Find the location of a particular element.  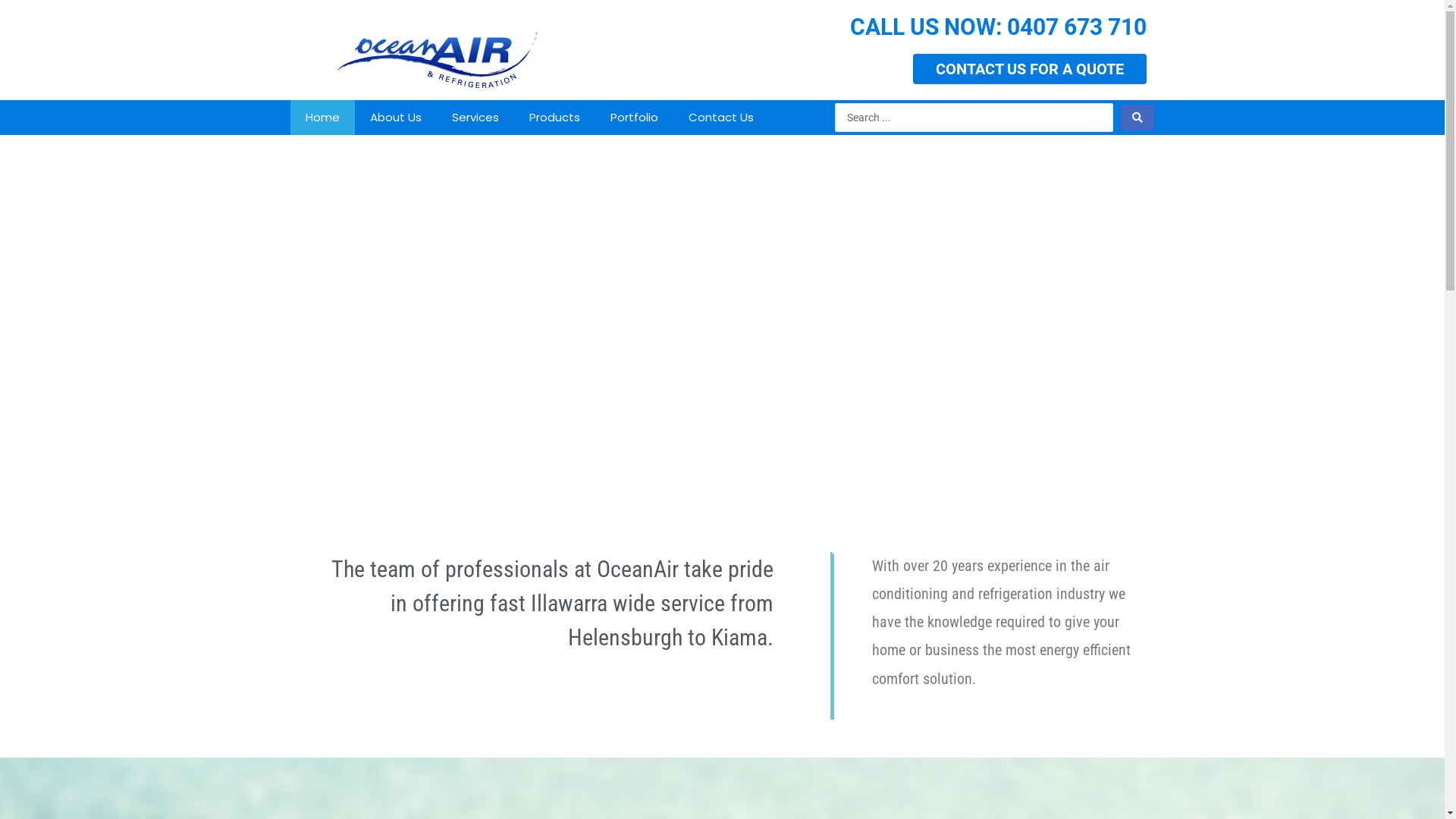

'Home' is located at coordinates (321, 116).